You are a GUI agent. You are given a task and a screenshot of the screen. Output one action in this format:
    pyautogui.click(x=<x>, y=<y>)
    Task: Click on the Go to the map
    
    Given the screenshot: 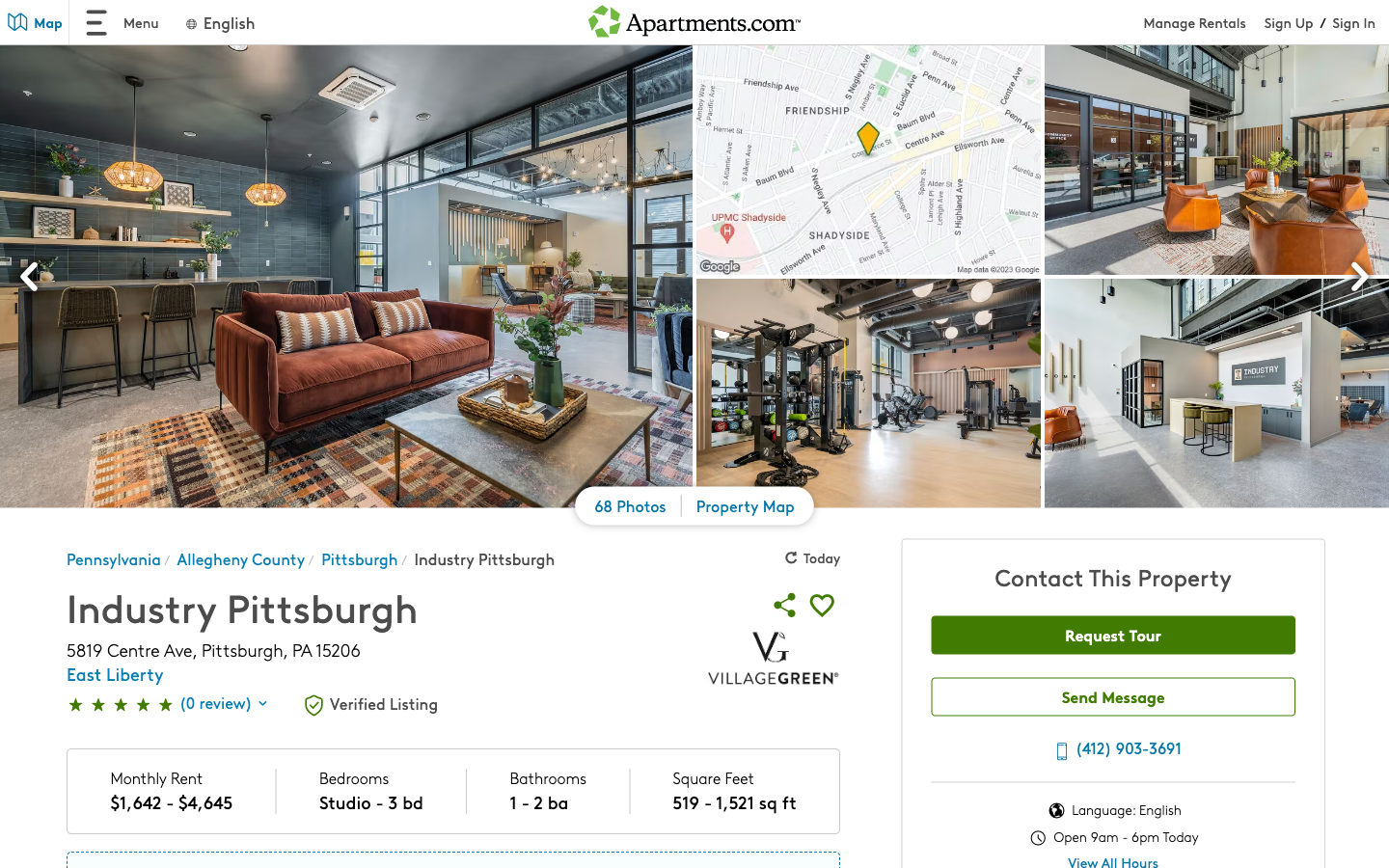 What is the action you would take?
    pyautogui.click(x=23, y=25)
    